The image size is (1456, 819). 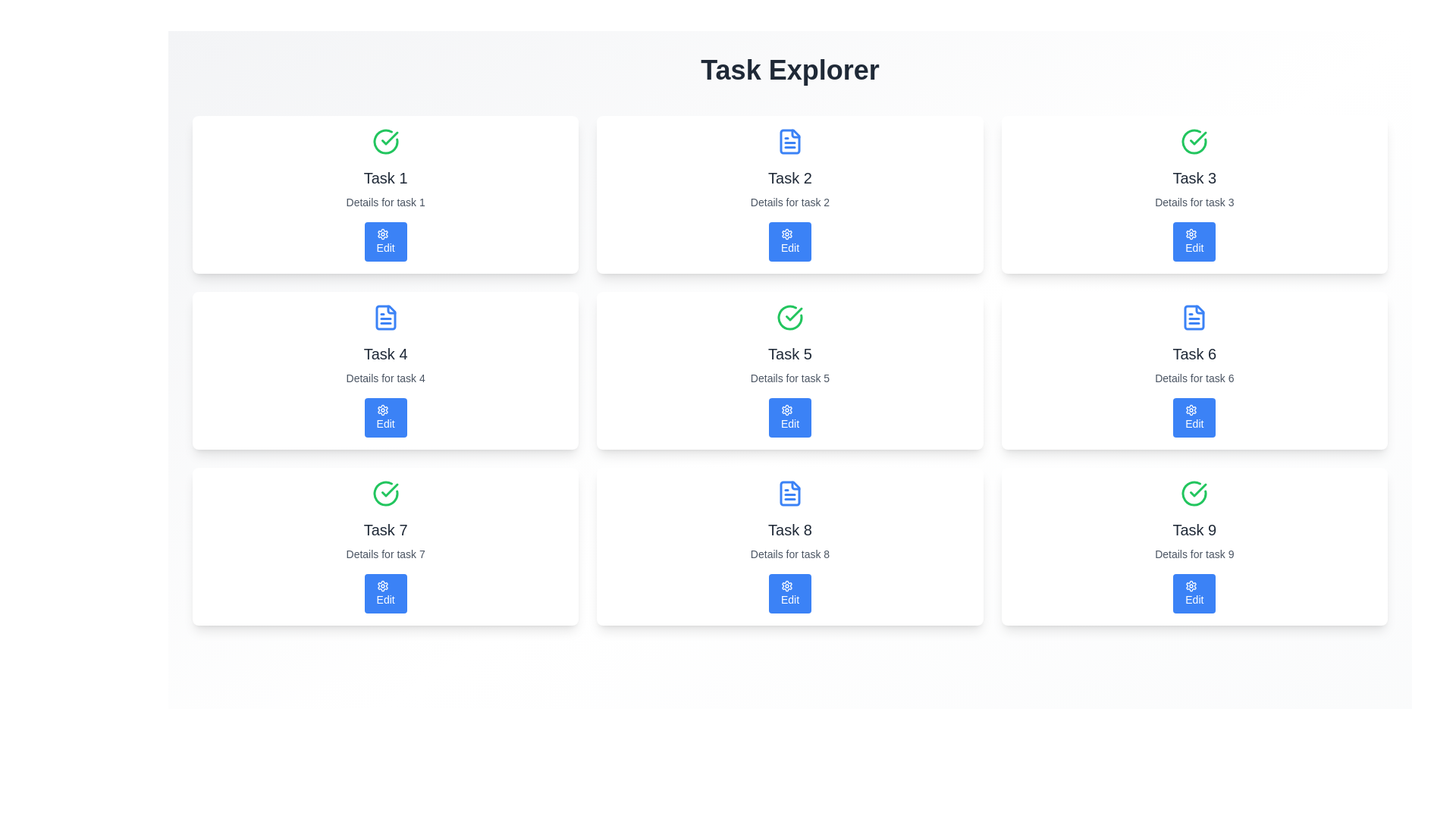 I want to click on the gear-shaped settings icon, which is outlined in blue and located next to the 'Edit' label on the 'Task 2' card in the task grid, so click(x=786, y=234).